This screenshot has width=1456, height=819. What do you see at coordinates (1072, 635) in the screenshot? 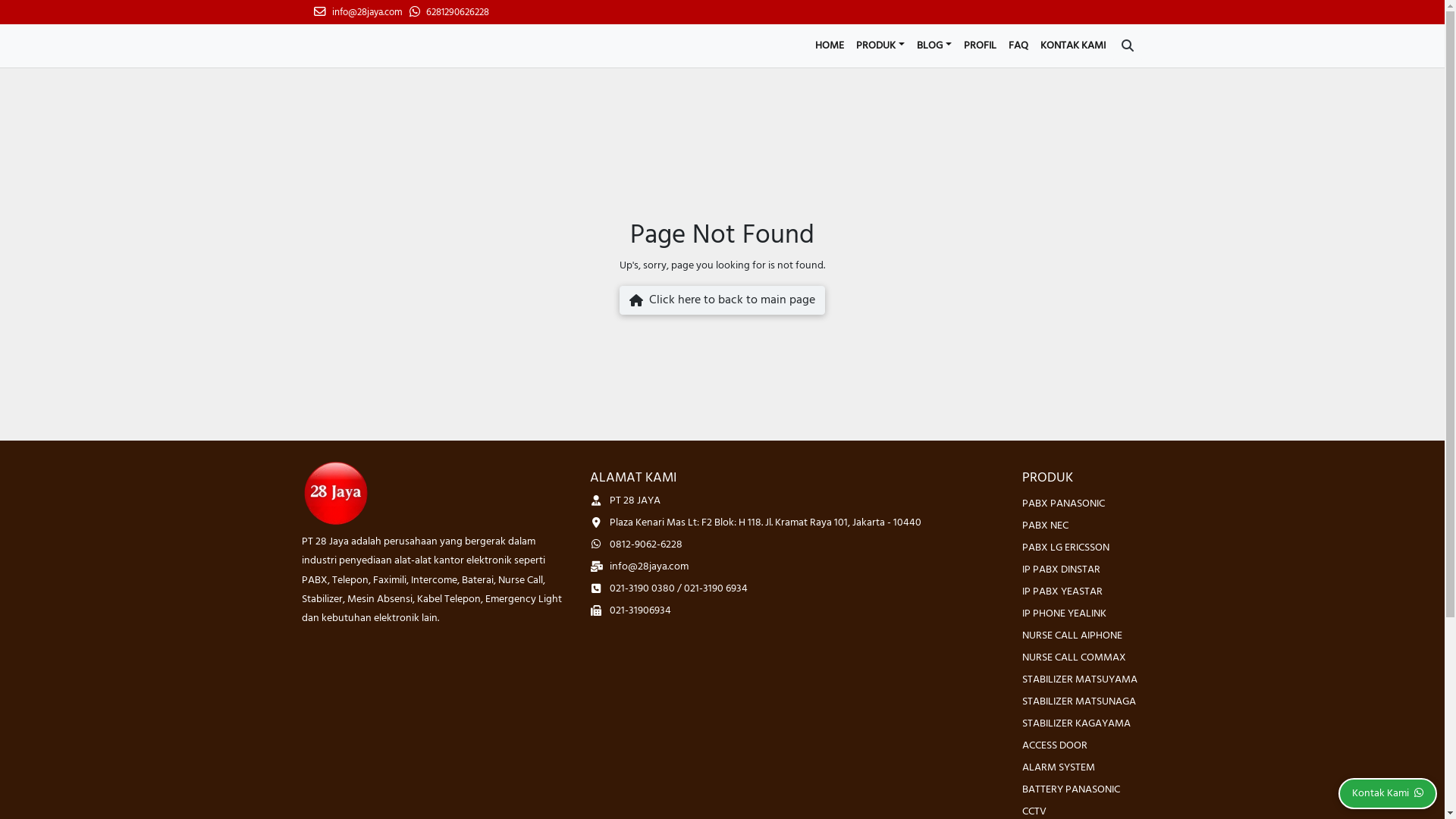
I see `'NURSE CALL AIPHONE'` at bounding box center [1072, 635].